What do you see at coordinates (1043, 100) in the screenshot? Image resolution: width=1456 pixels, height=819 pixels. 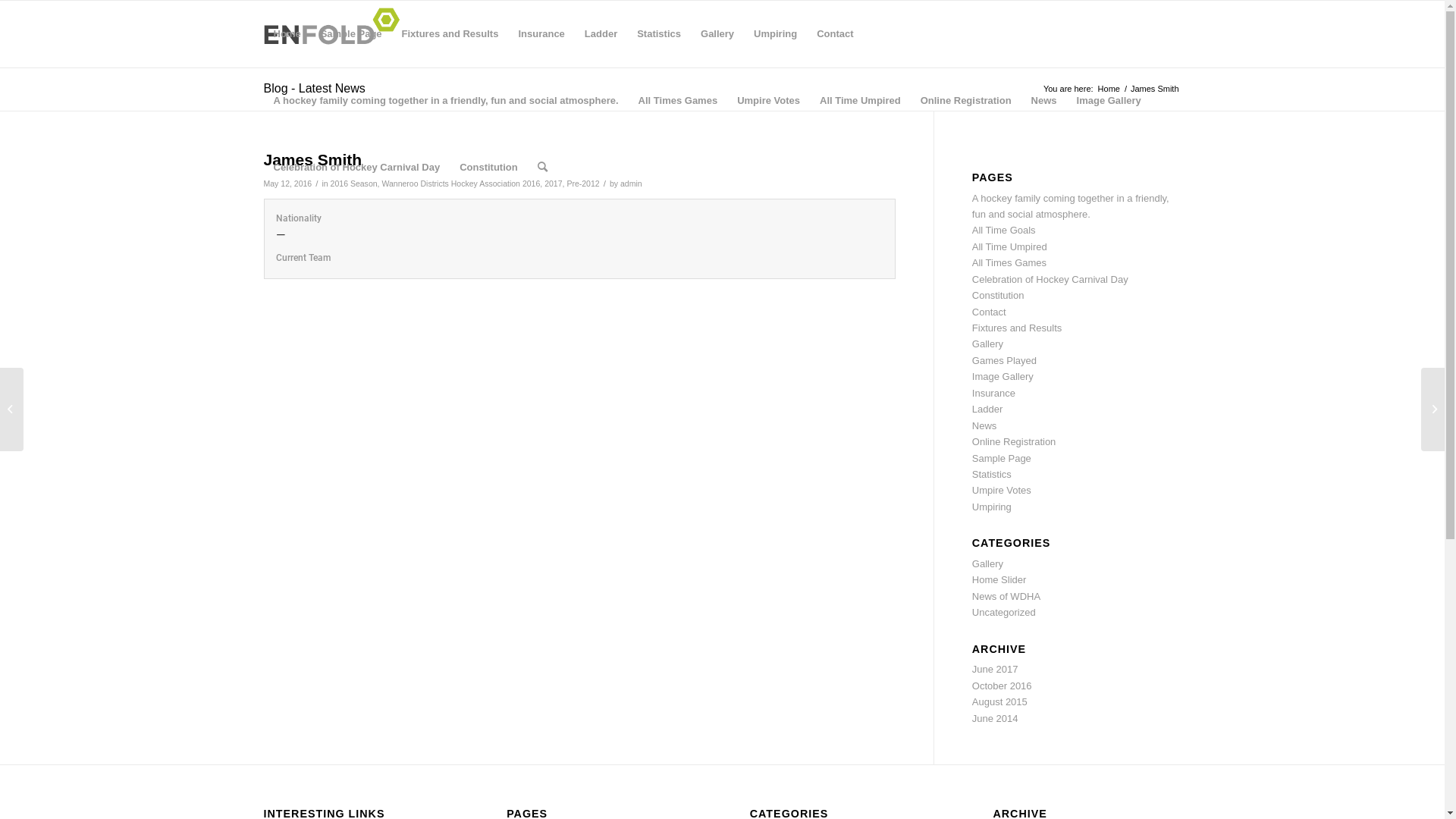 I see `'News'` at bounding box center [1043, 100].